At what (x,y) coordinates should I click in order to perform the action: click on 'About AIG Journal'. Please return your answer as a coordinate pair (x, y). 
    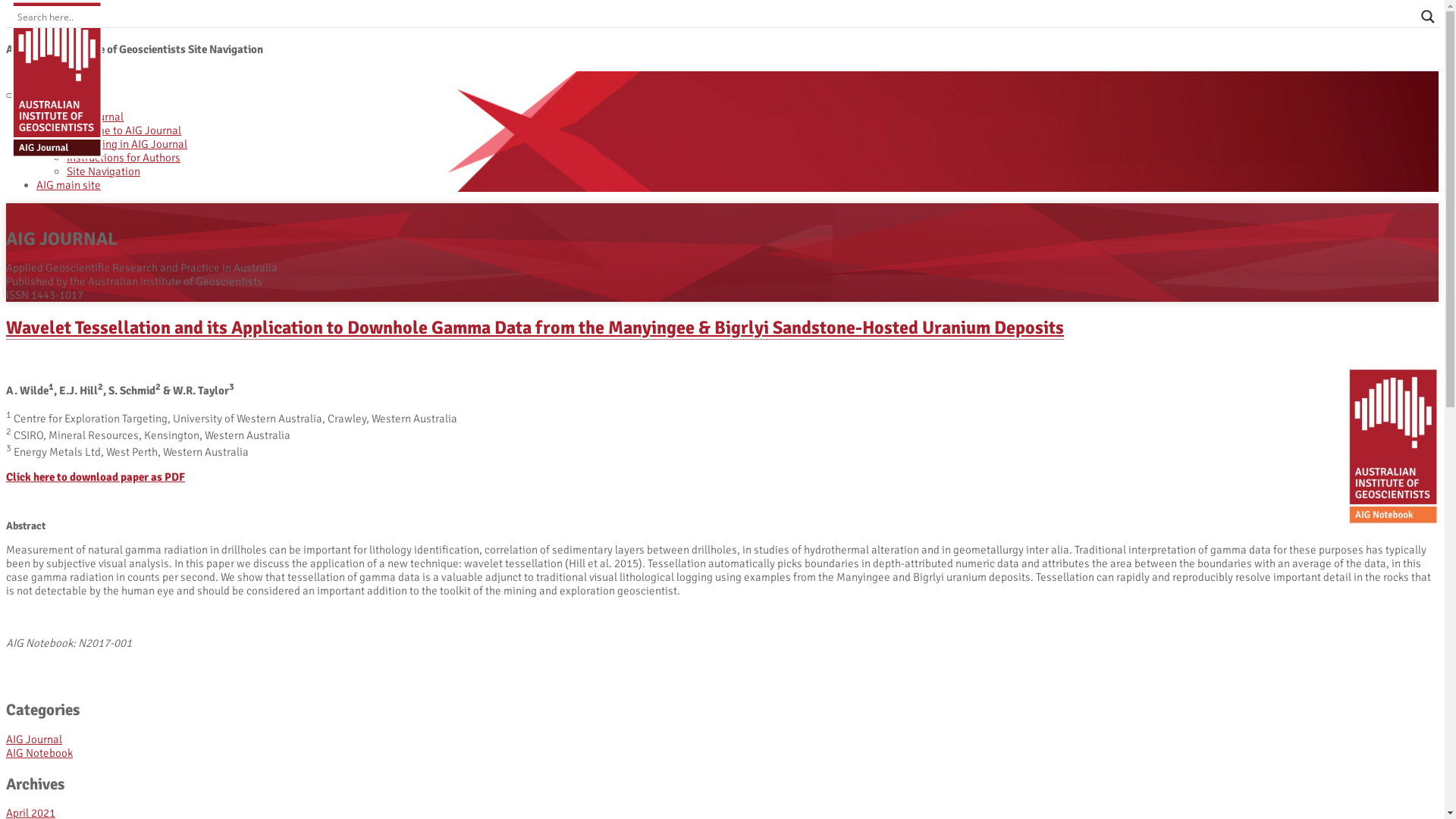
    Looking at the image, I should click on (79, 116).